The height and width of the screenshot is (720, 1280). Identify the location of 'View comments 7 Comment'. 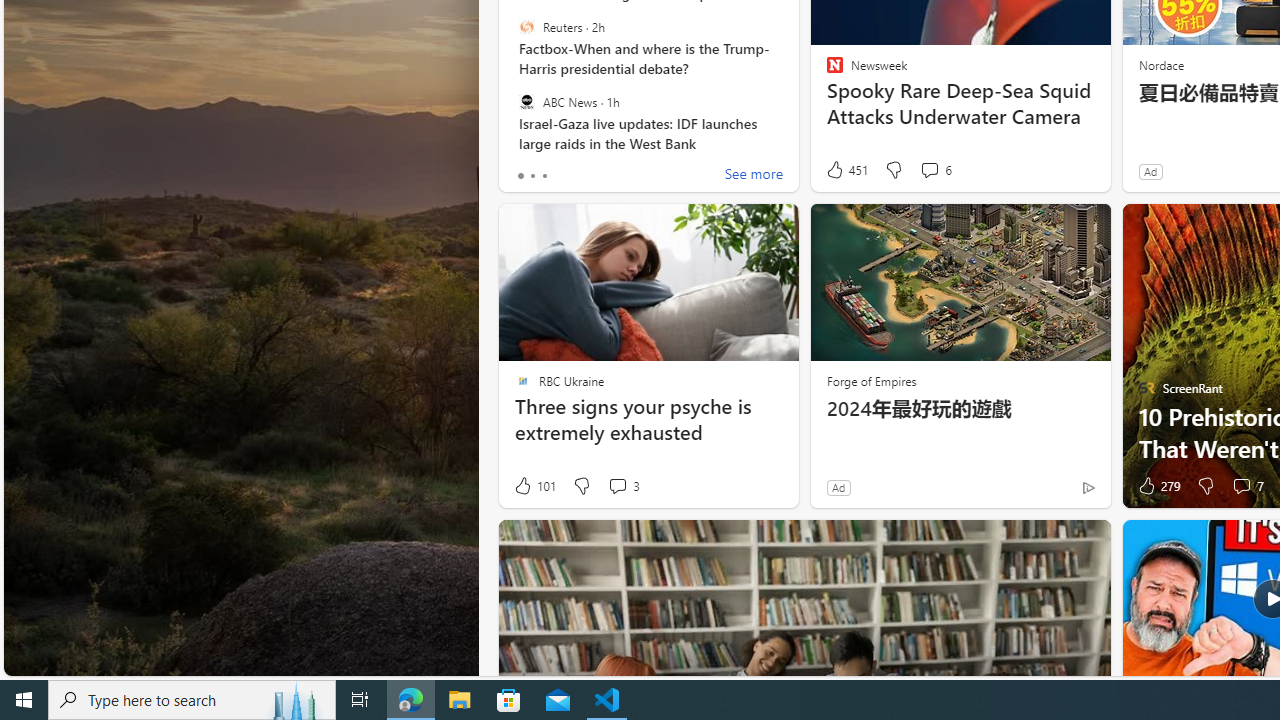
(1240, 486).